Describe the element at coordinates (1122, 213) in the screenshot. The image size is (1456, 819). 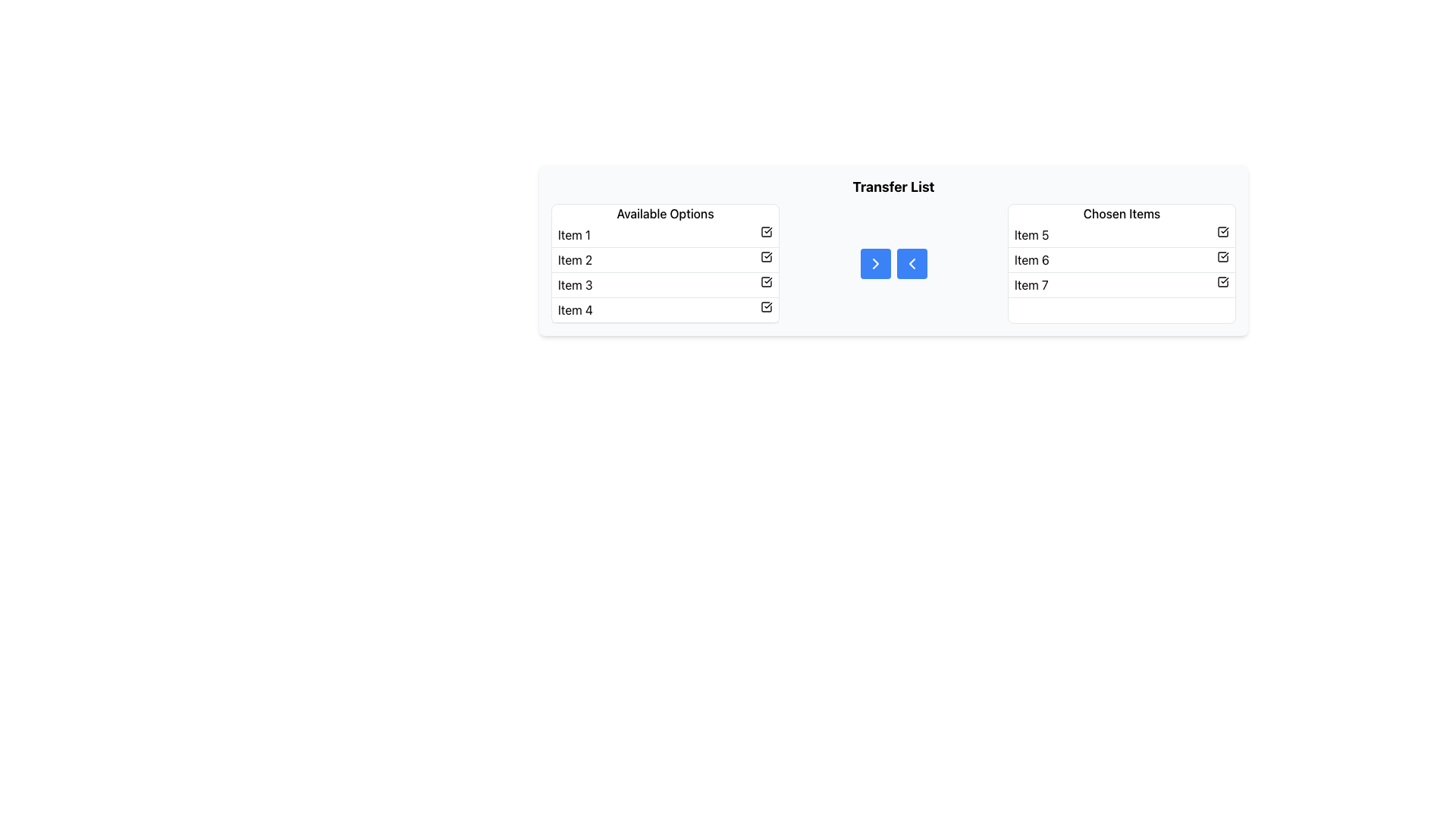
I see `the text label displaying 'Chosen Items', which is centered at the top of a bordered box containing a list of items` at that location.